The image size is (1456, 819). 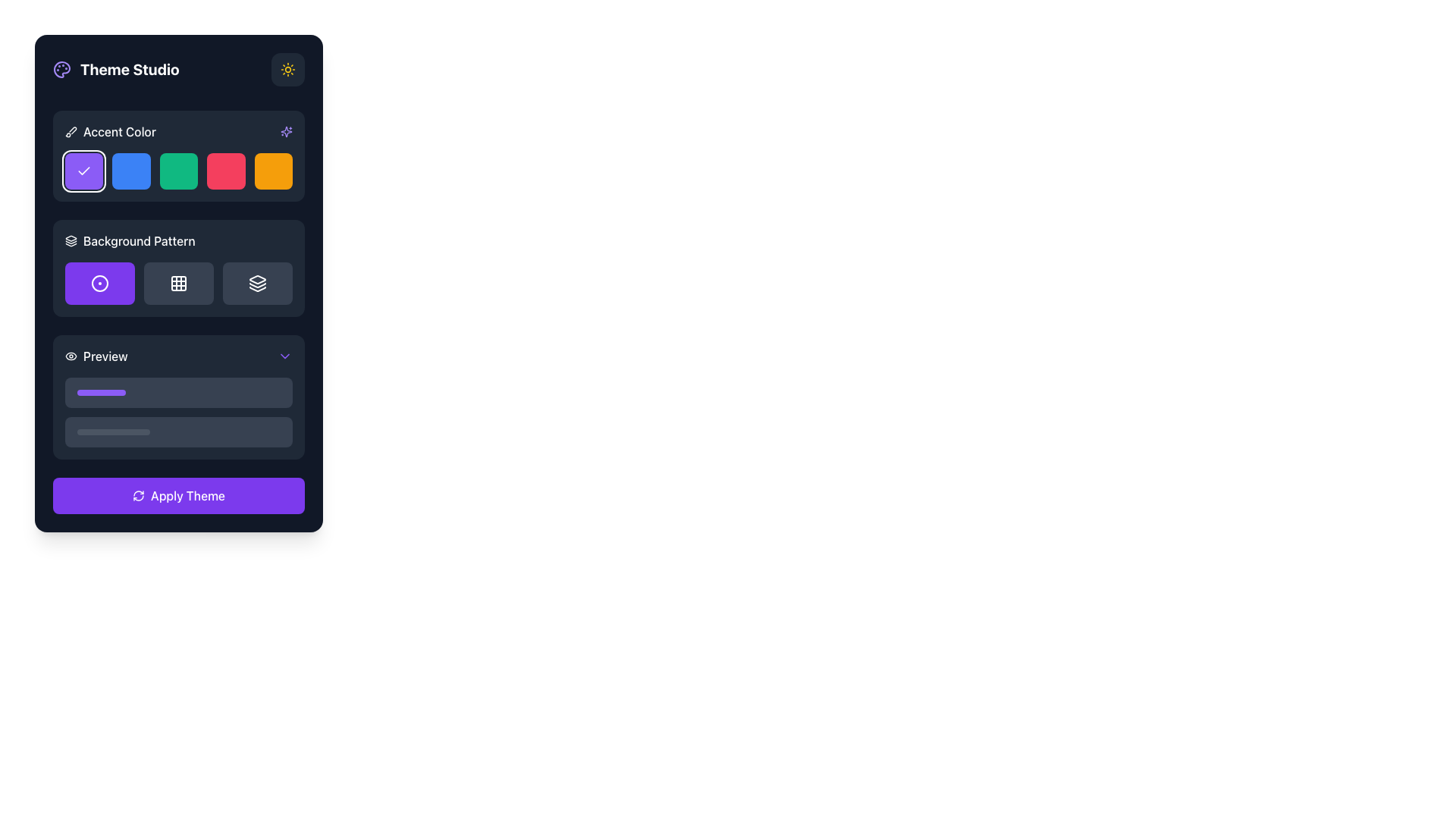 I want to click on the violet-colored palette icon, which resembles an artist's palette with paint spots, located on the left side of the 'Theme Studio' section, so click(x=61, y=70).